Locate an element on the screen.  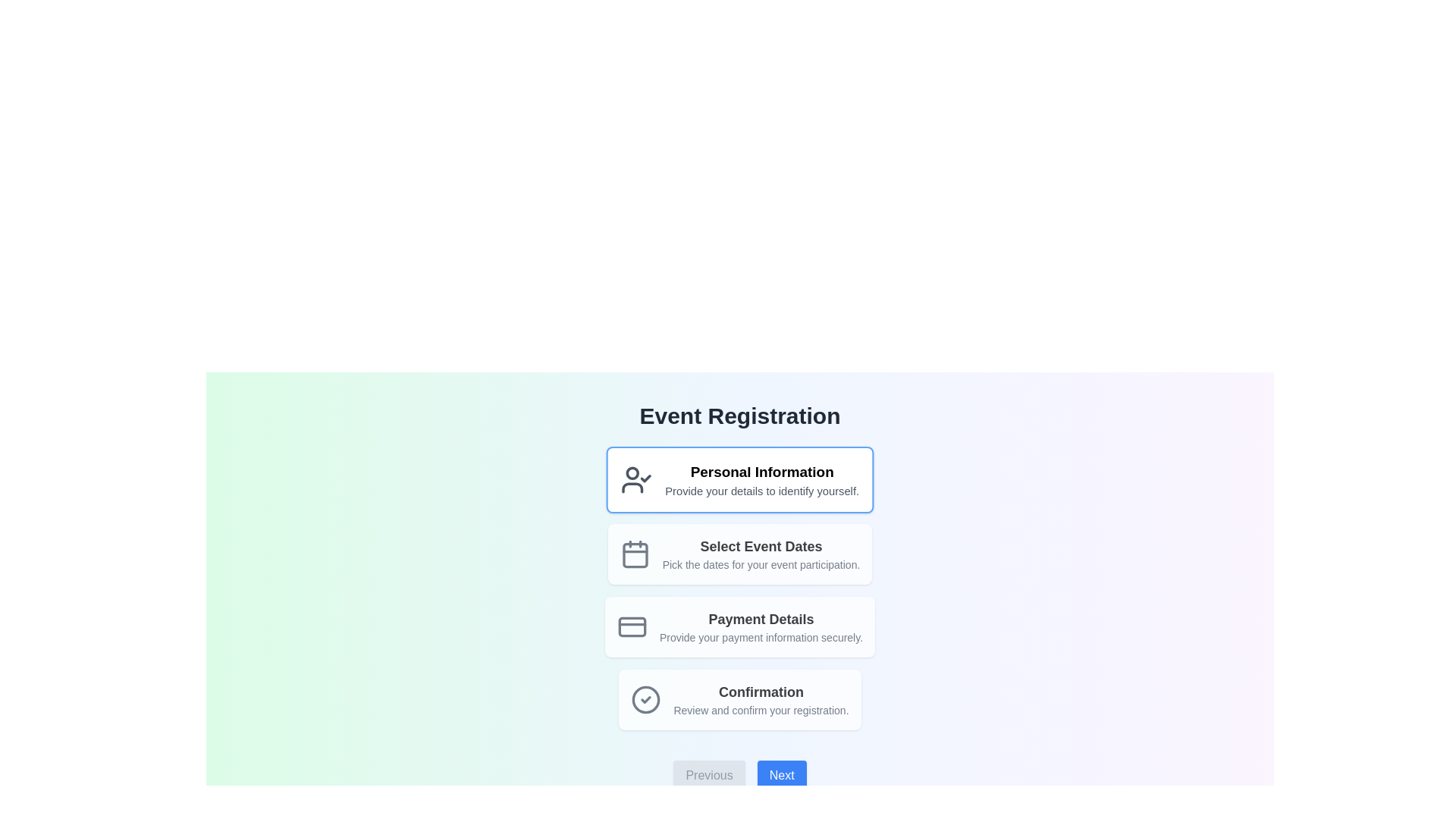
the Informational card that contains the title 'Payment Details' and the subtitle 'Provide your payment information securely.' It is the third section in the vertically stacked list, positioned below 'Select Event Dates.' is located at coordinates (739, 626).